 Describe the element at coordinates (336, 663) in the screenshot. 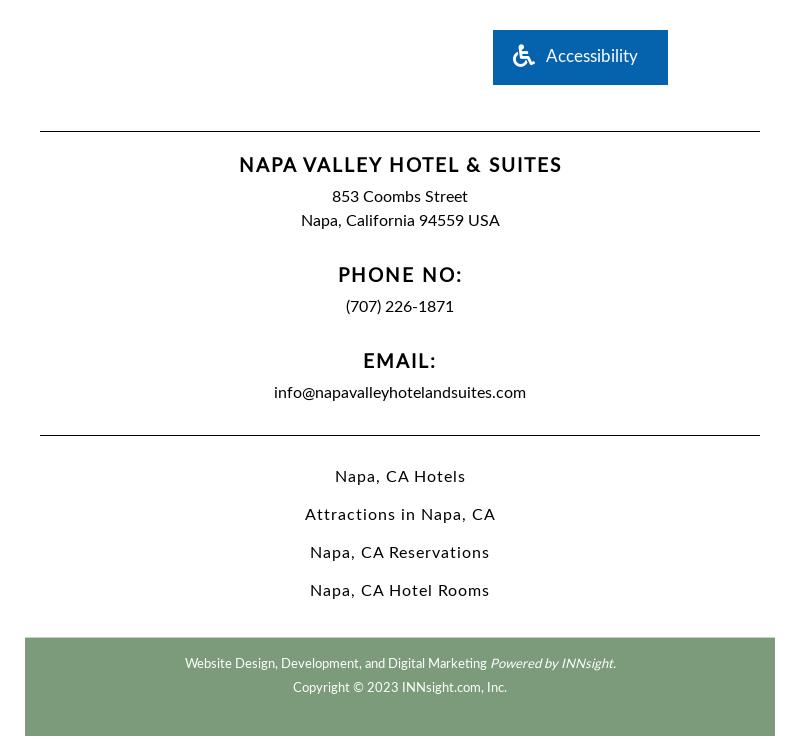

I see `'Website Design, Development, and Digital Marketing'` at that location.